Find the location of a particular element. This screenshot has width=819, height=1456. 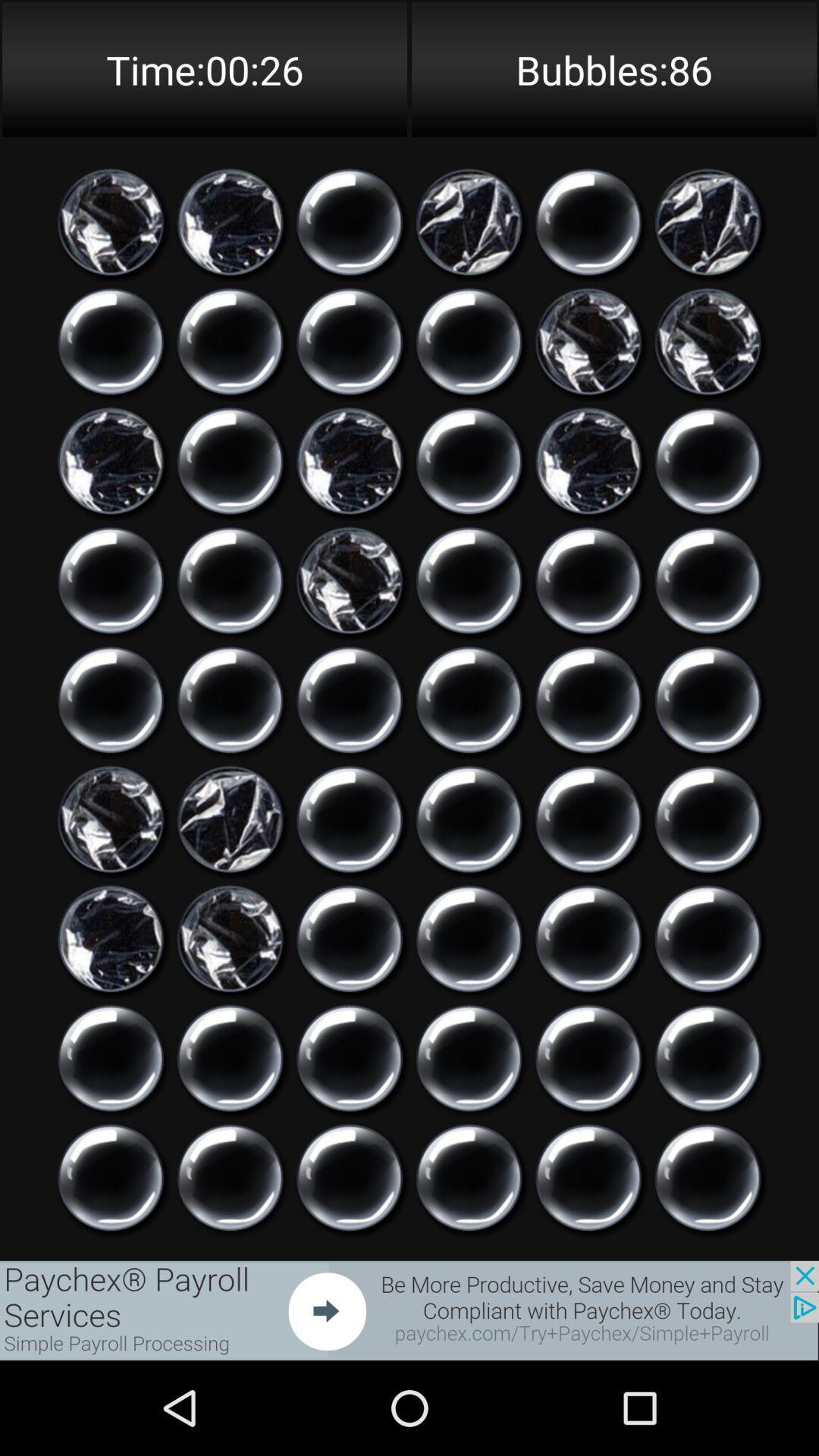

the refresh icon is located at coordinates (468, 621).